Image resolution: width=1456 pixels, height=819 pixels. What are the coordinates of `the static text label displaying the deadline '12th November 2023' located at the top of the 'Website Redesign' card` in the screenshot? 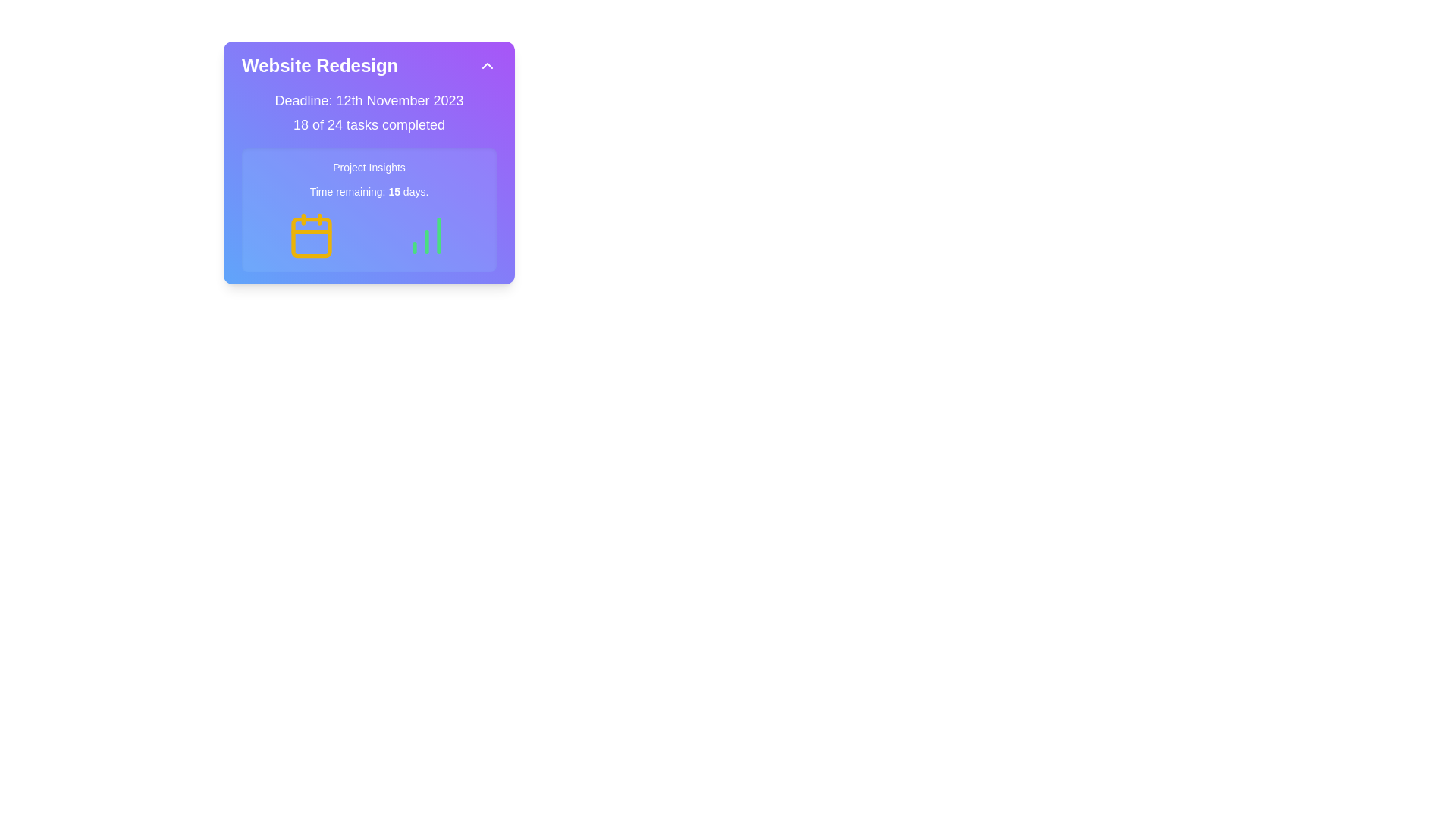 It's located at (369, 100).